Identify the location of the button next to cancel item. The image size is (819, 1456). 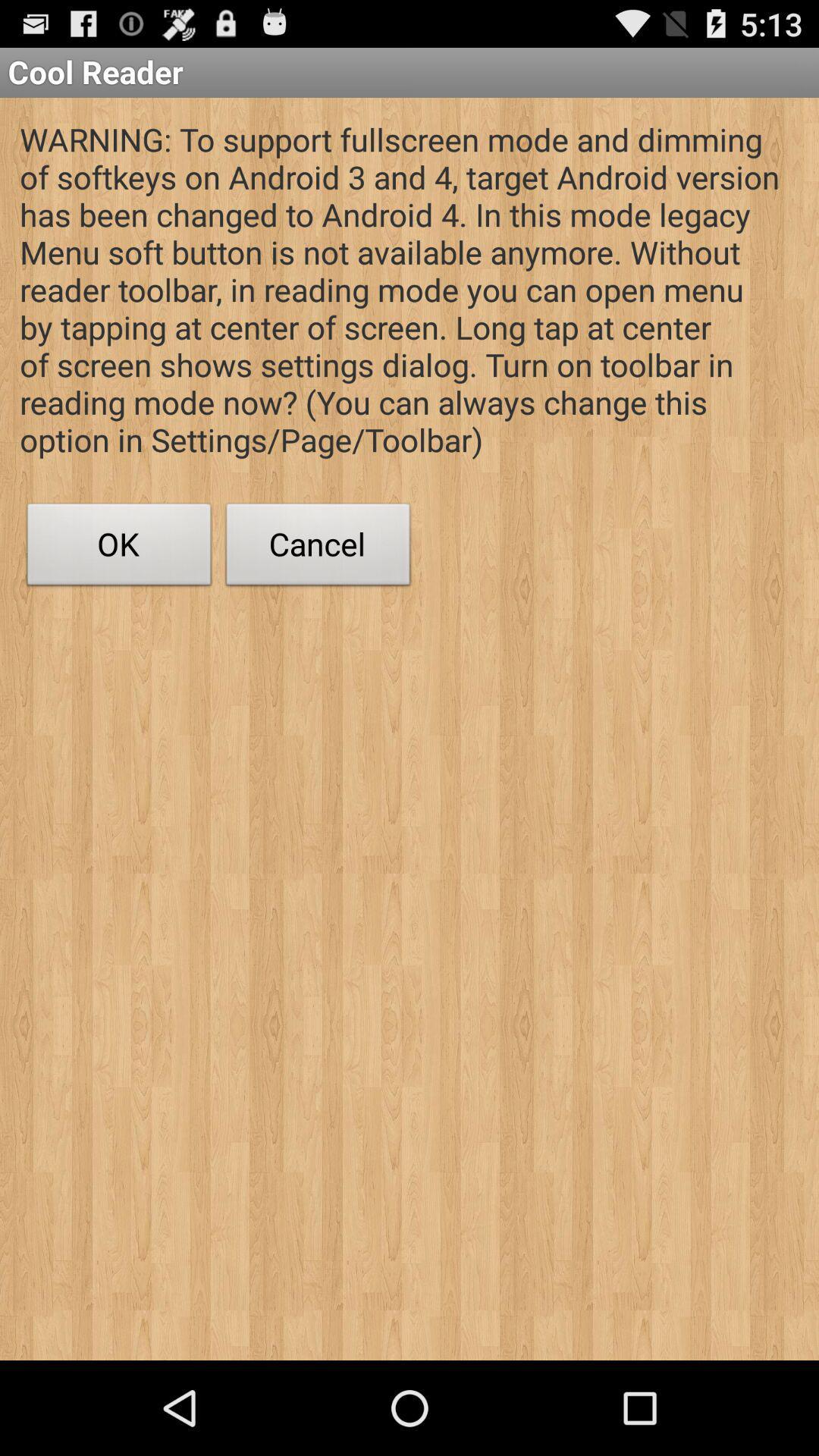
(118, 548).